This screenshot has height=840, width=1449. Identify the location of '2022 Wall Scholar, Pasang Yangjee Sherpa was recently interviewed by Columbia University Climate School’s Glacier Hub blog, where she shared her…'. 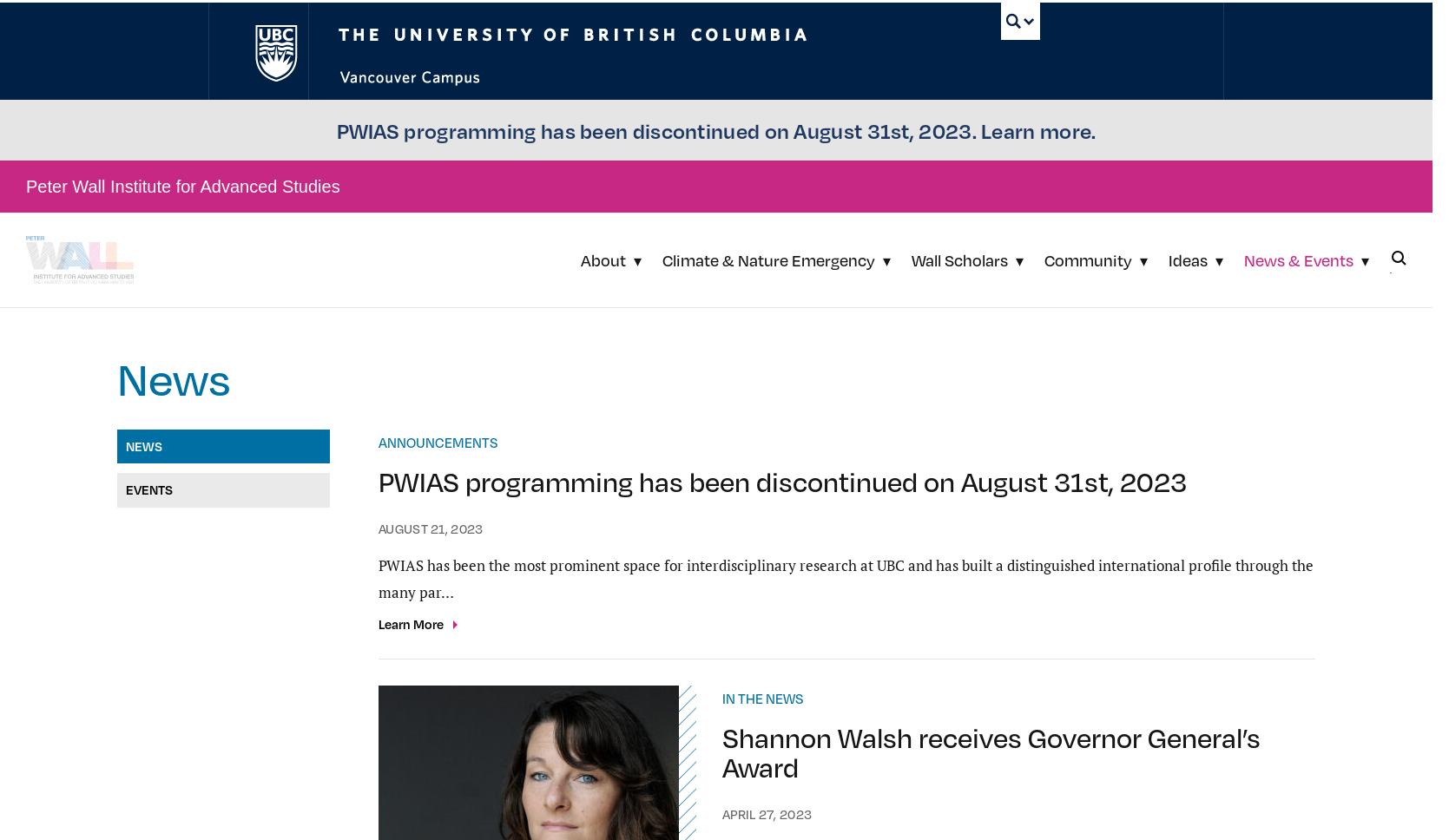
(987, 626).